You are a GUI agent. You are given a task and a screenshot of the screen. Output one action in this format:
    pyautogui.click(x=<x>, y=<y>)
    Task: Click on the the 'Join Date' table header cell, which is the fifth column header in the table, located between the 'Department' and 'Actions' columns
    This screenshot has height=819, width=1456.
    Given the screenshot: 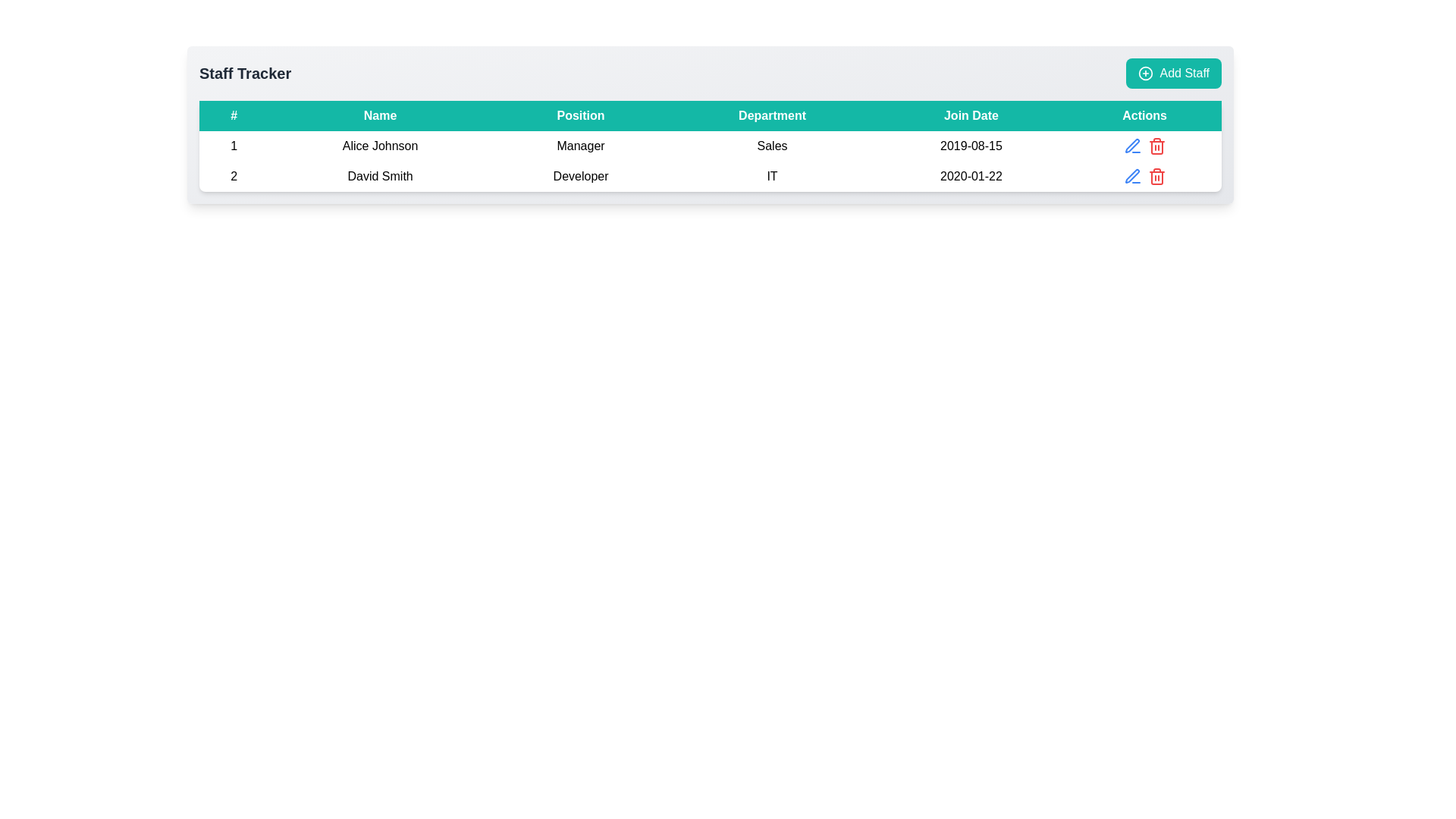 What is the action you would take?
    pyautogui.click(x=971, y=115)
    